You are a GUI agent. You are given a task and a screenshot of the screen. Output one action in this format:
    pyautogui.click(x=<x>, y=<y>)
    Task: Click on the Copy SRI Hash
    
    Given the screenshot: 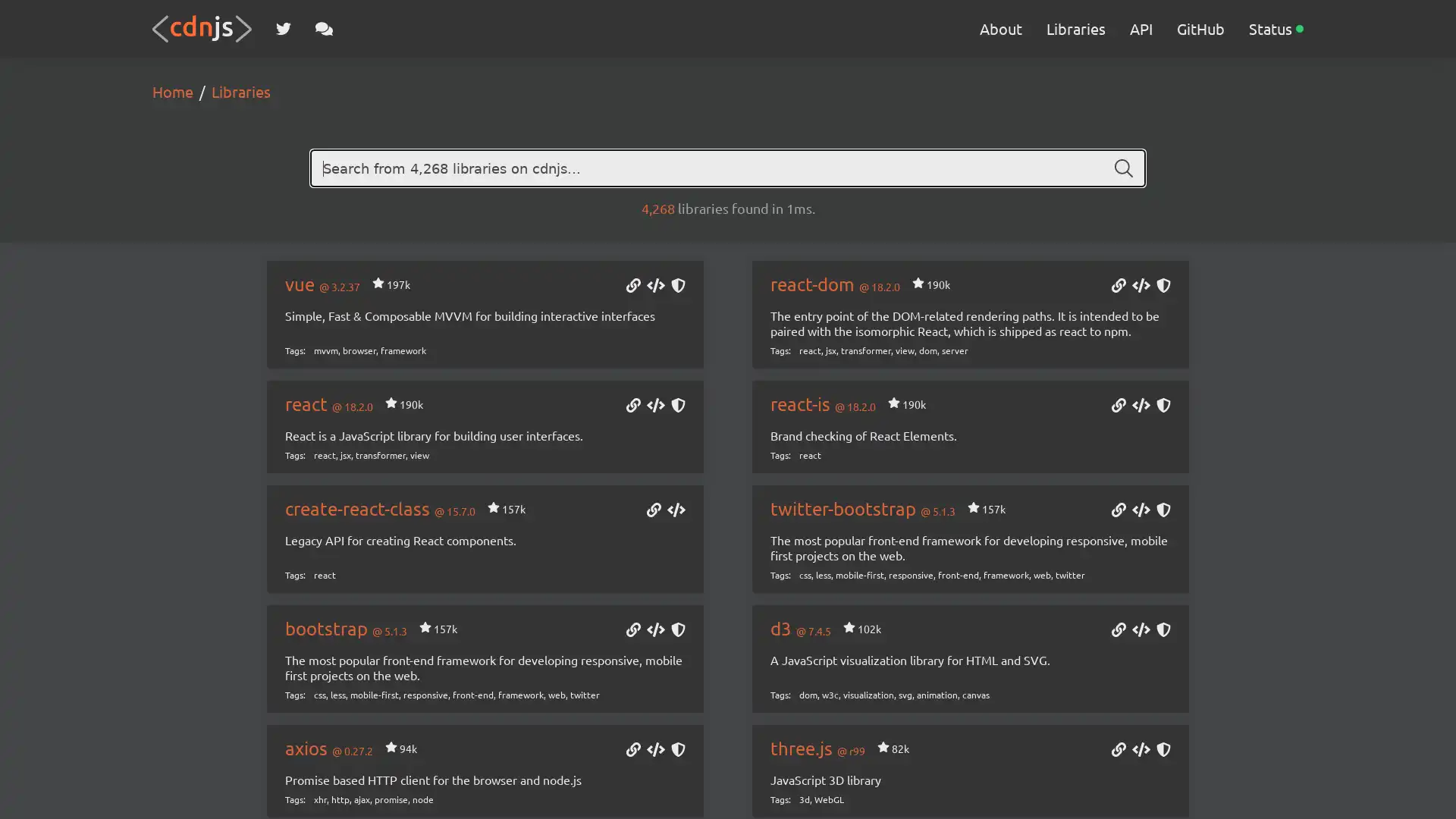 What is the action you would take?
    pyautogui.click(x=676, y=631)
    